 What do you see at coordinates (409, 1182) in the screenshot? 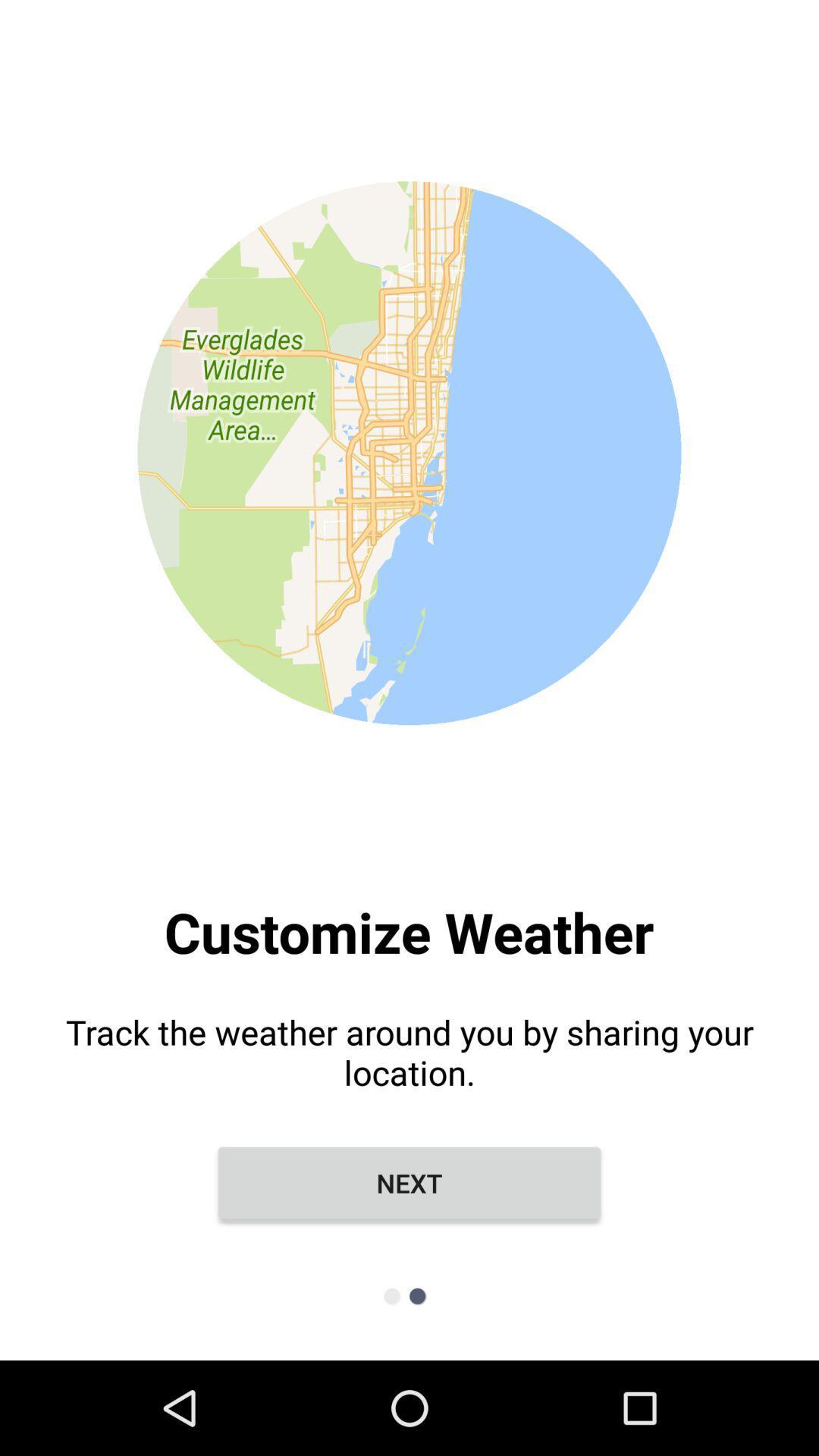
I see `next` at bounding box center [409, 1182].